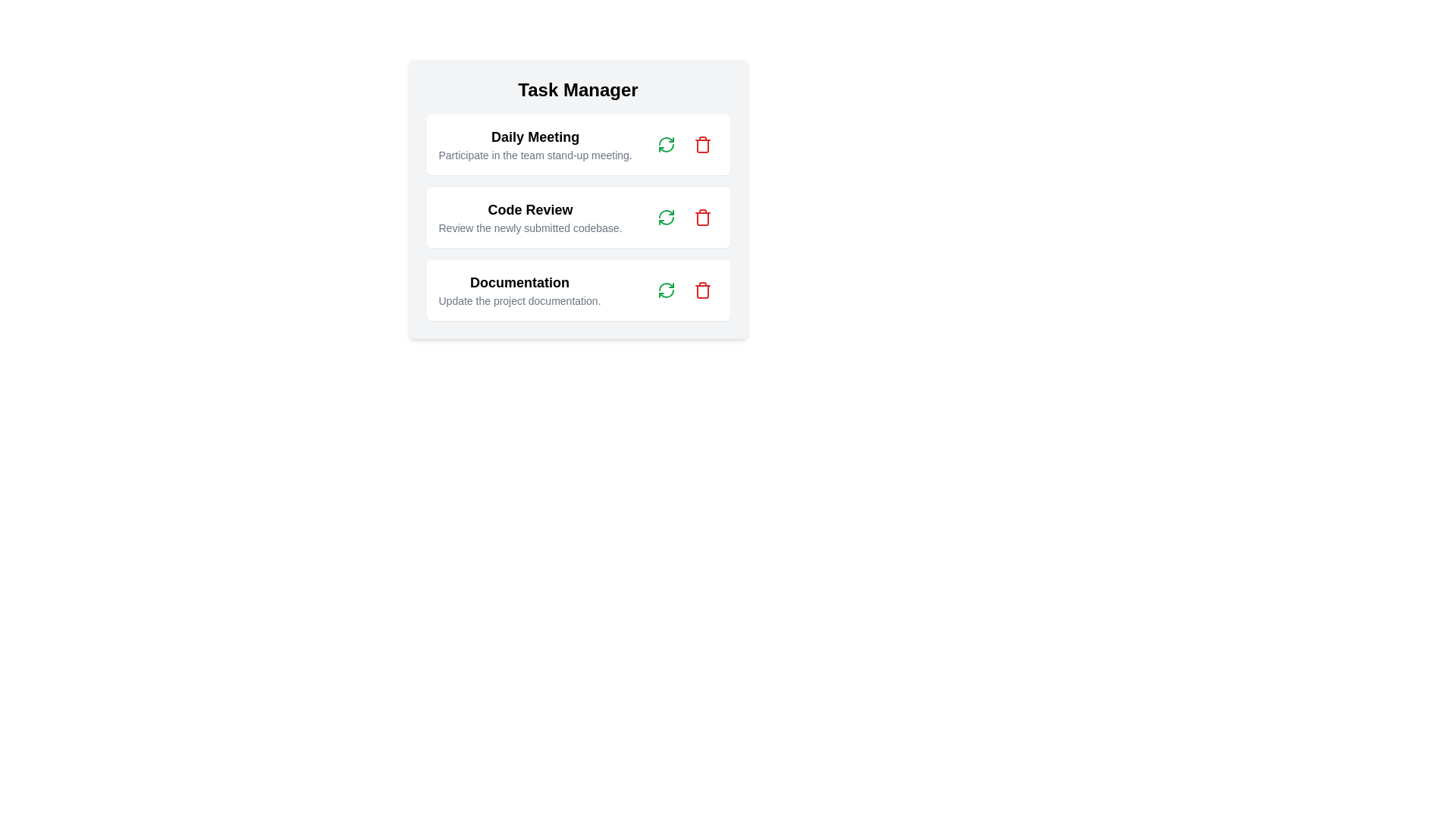 The image size is (1456, 819). Describe the element at coordinates (701, 217) in the screenshot. I see `the red trash can icon for keyboard navigation` at that location.